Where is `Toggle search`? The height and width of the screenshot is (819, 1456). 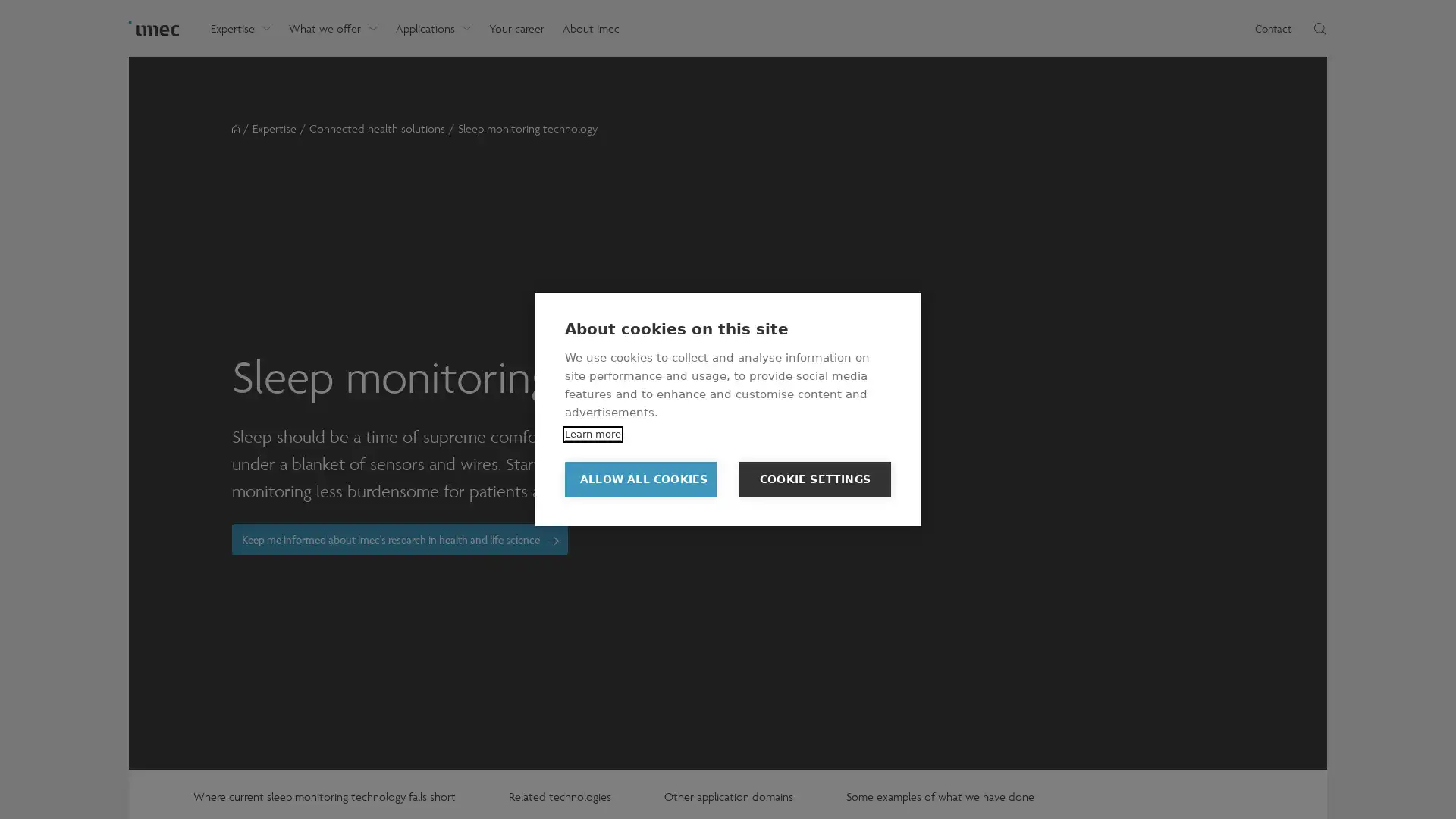
Toggle search is located at coordinates (1319, 28).